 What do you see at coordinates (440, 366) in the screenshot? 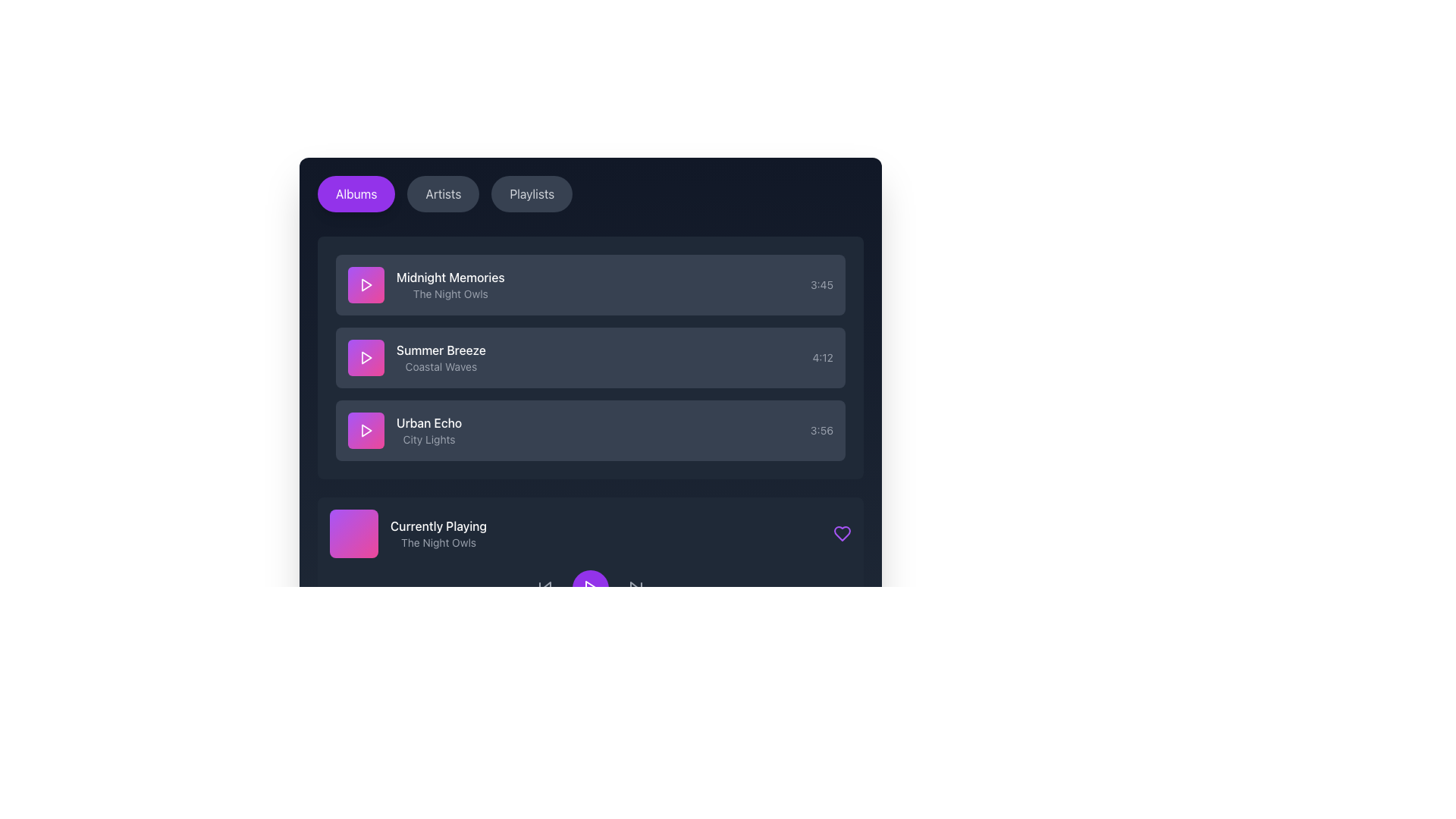
I see `text label 'Coastal Waves' located below 'Summer Breeze' in the second song entry` at bounding box center [440, 366].